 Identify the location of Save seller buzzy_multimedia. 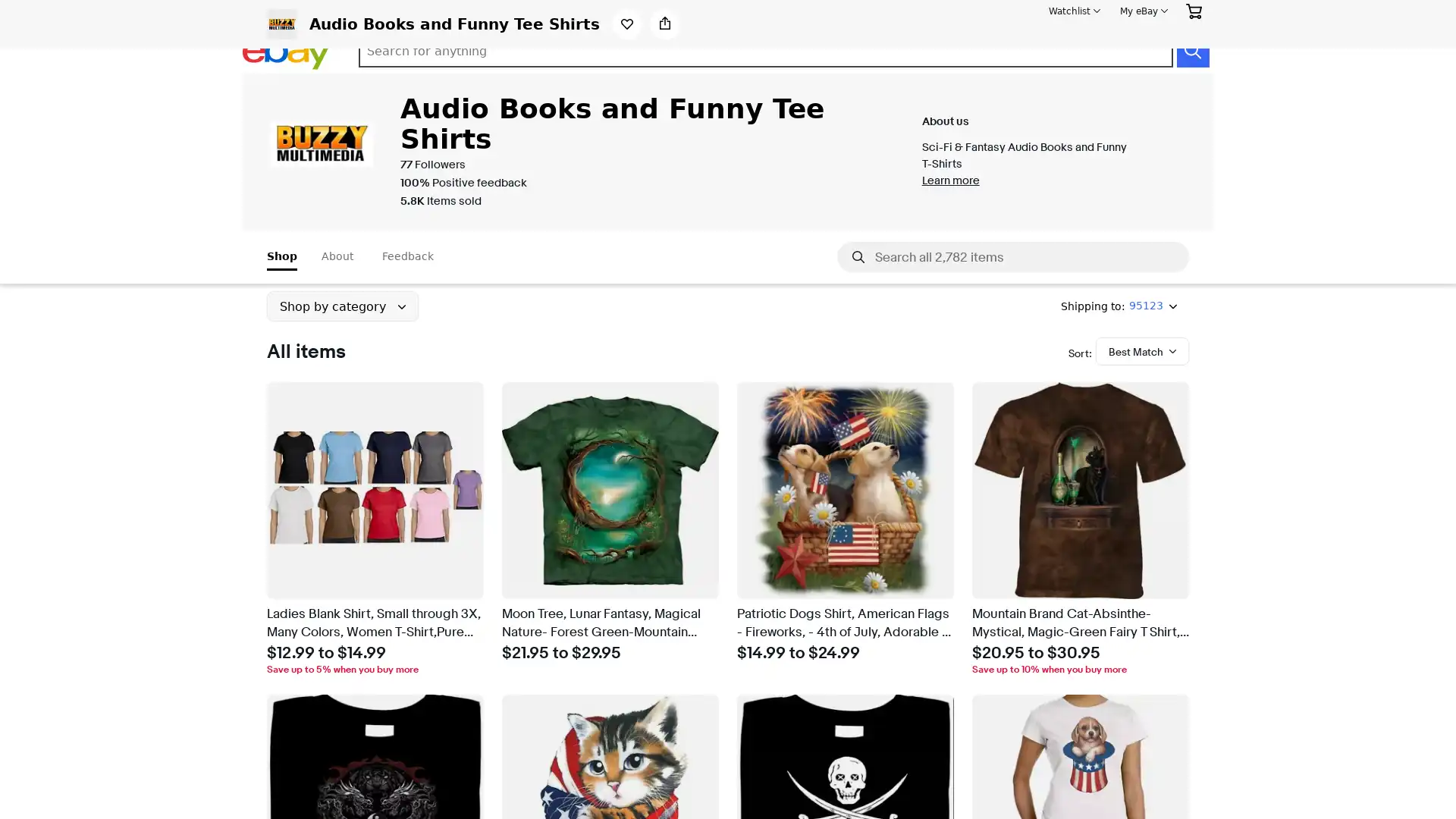
(626, 24).